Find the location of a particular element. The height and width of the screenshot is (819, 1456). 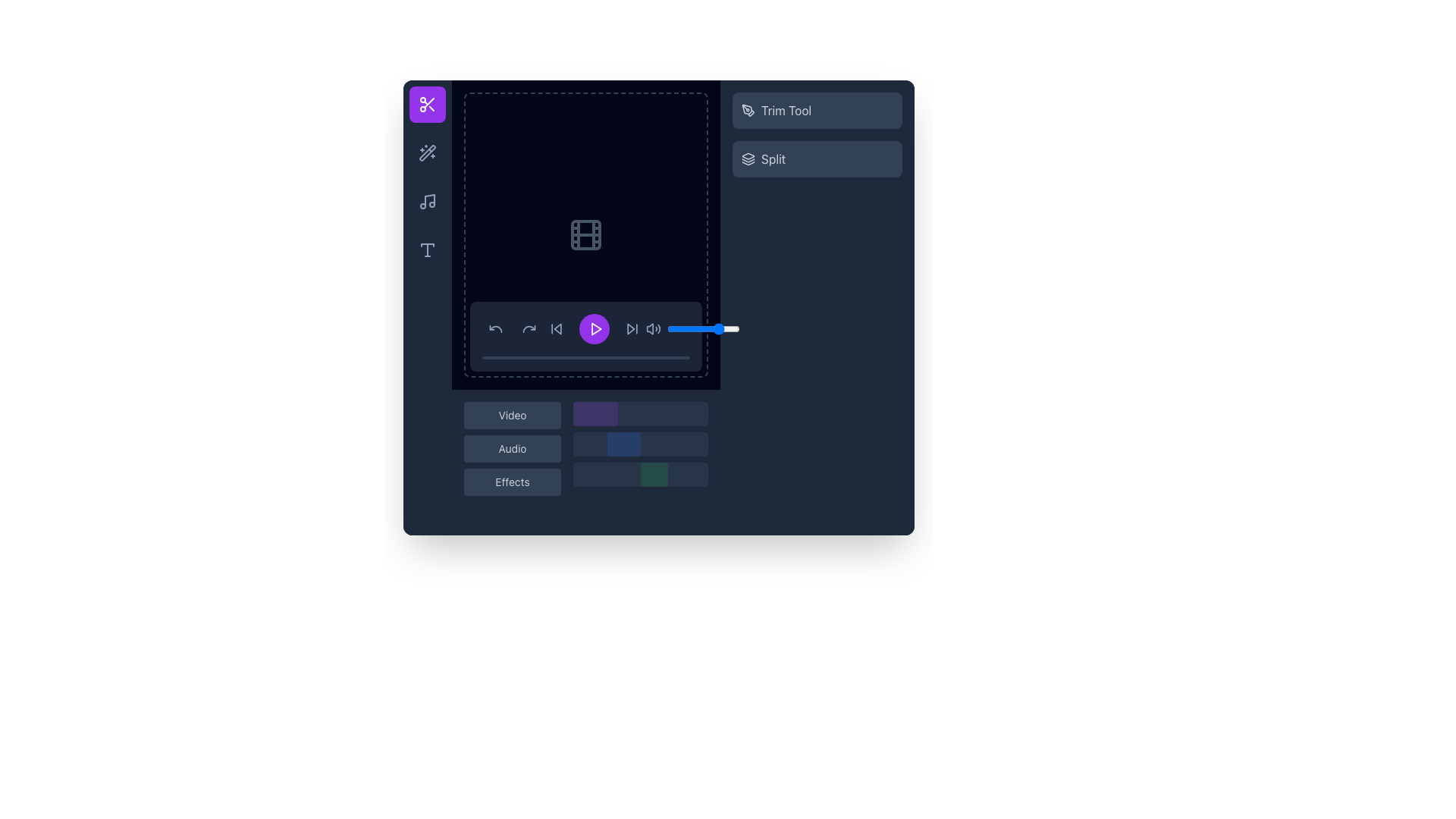

the slider value is located at coordinates (720, 328).